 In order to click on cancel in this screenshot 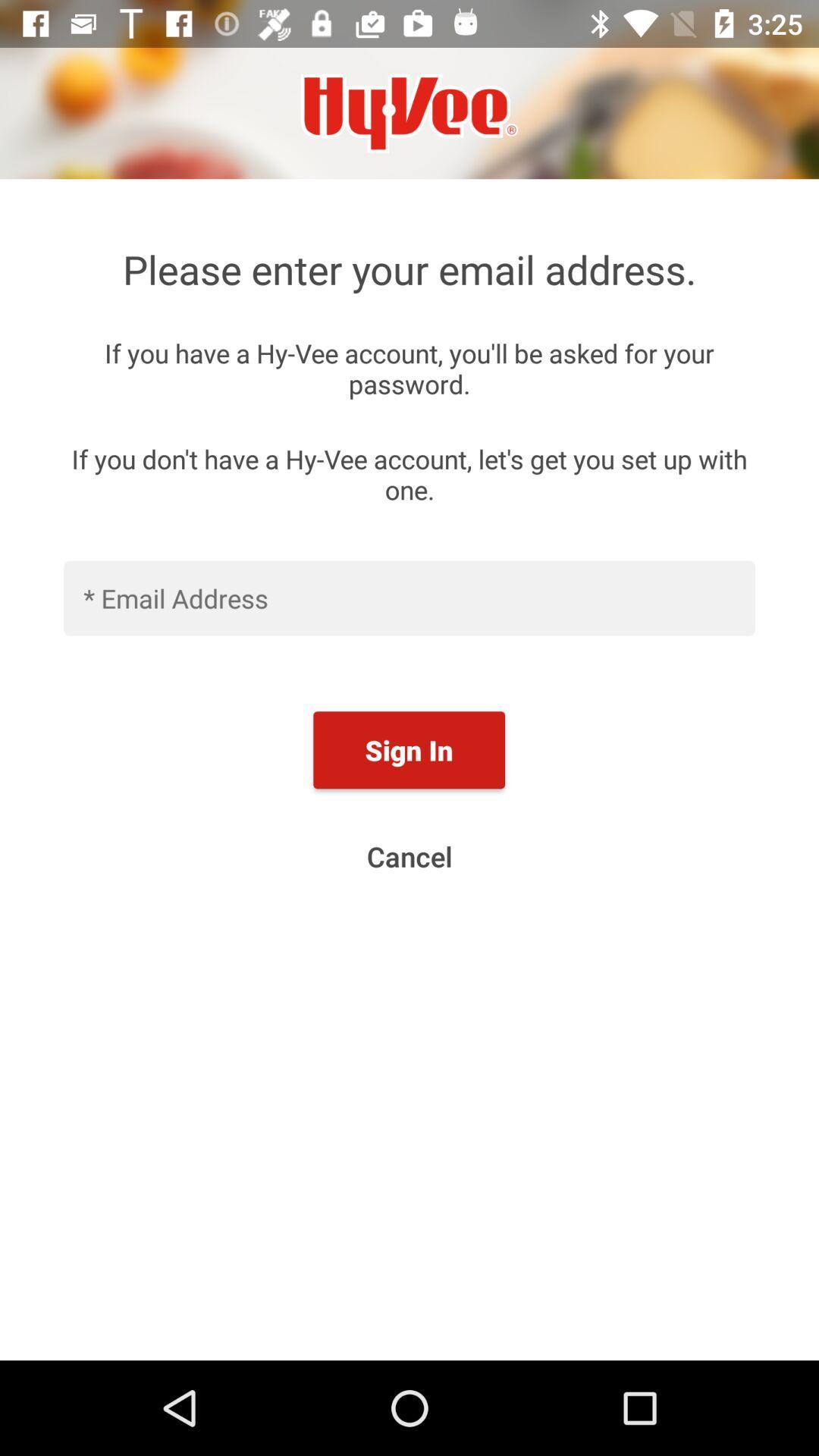, I will do `click(409, 856)`.